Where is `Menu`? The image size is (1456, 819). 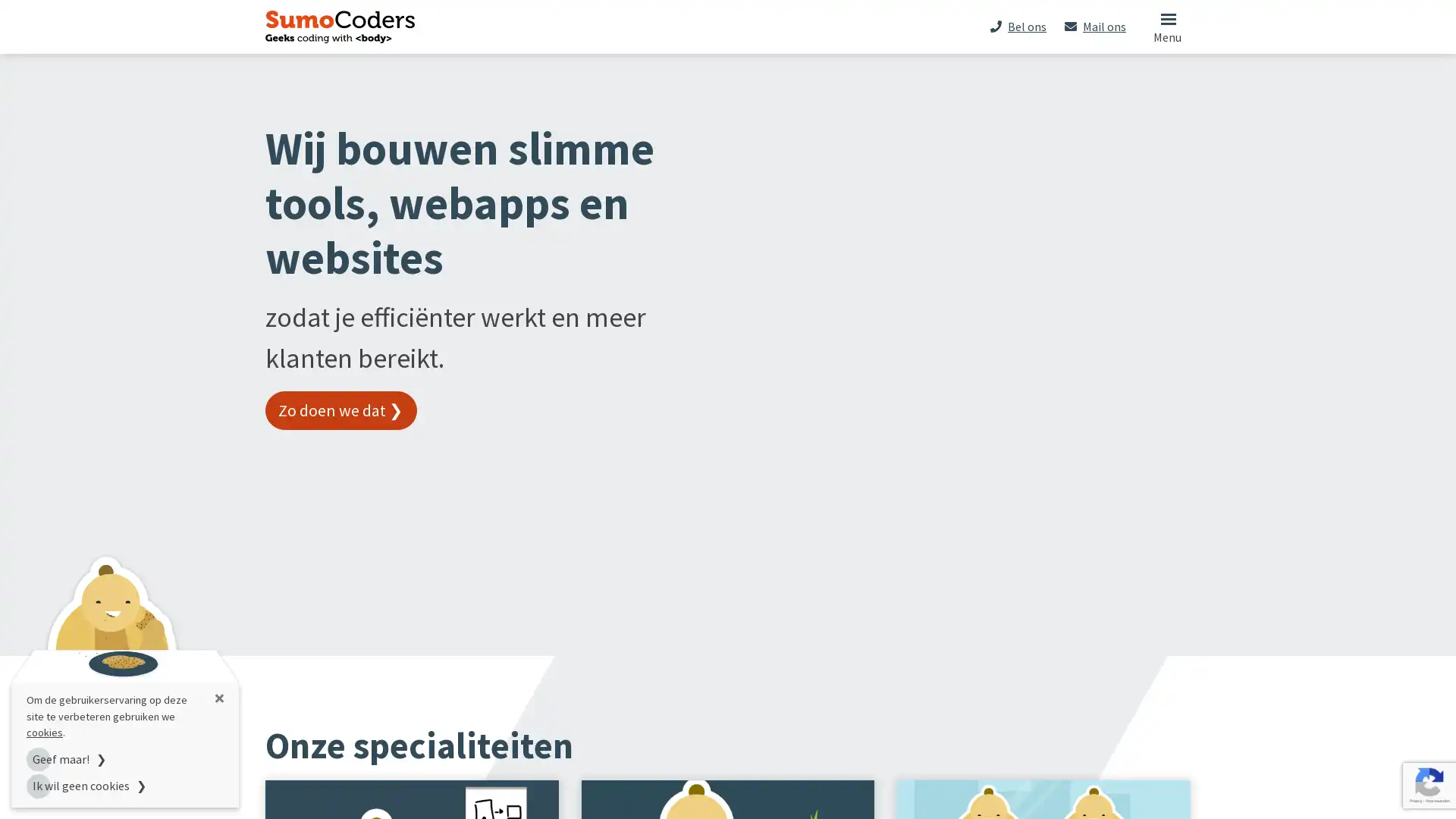 Menu is located at coordinates (1166, 26).